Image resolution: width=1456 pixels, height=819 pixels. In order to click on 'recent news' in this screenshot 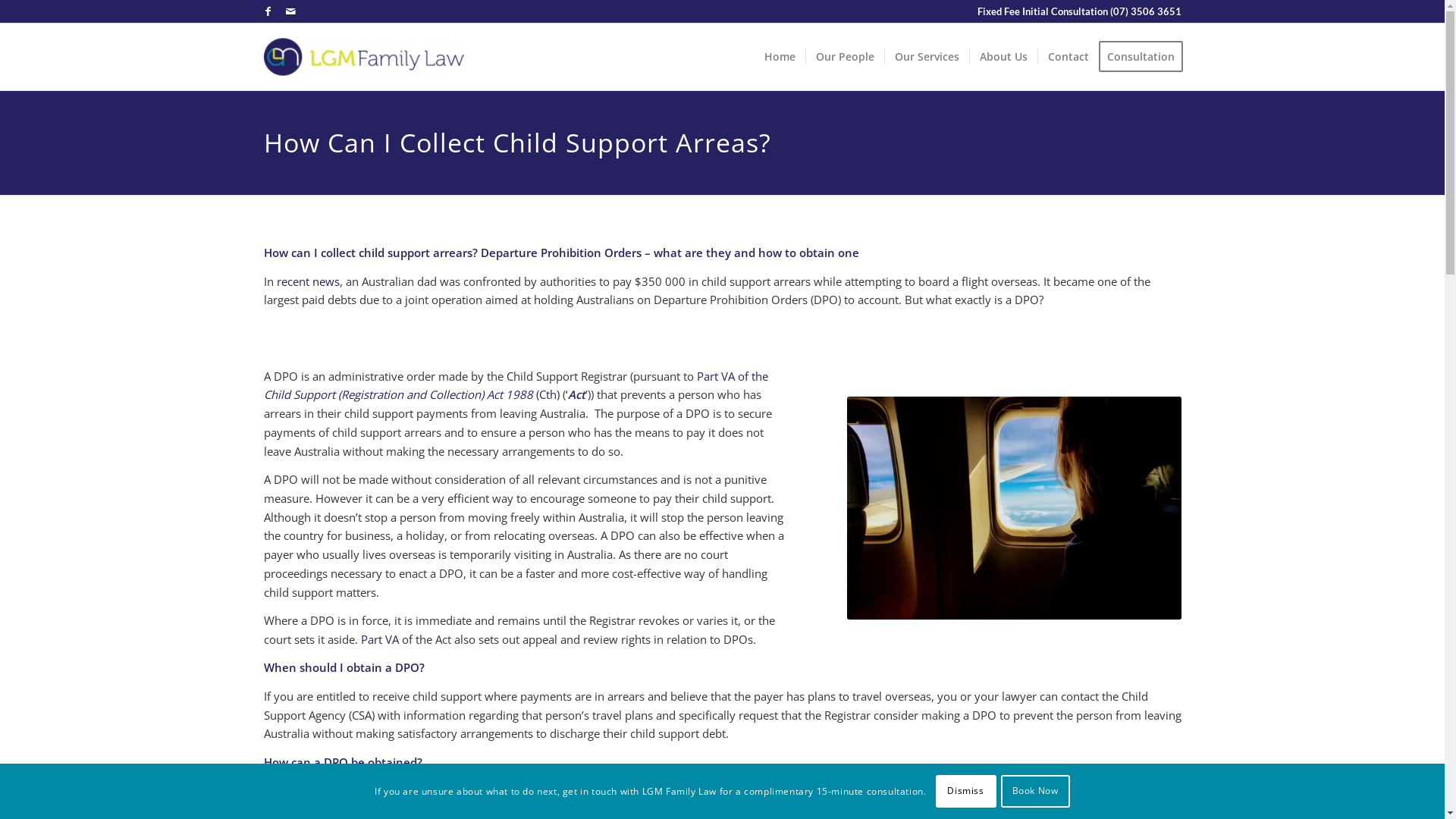, I will do `click(306, 281)`.